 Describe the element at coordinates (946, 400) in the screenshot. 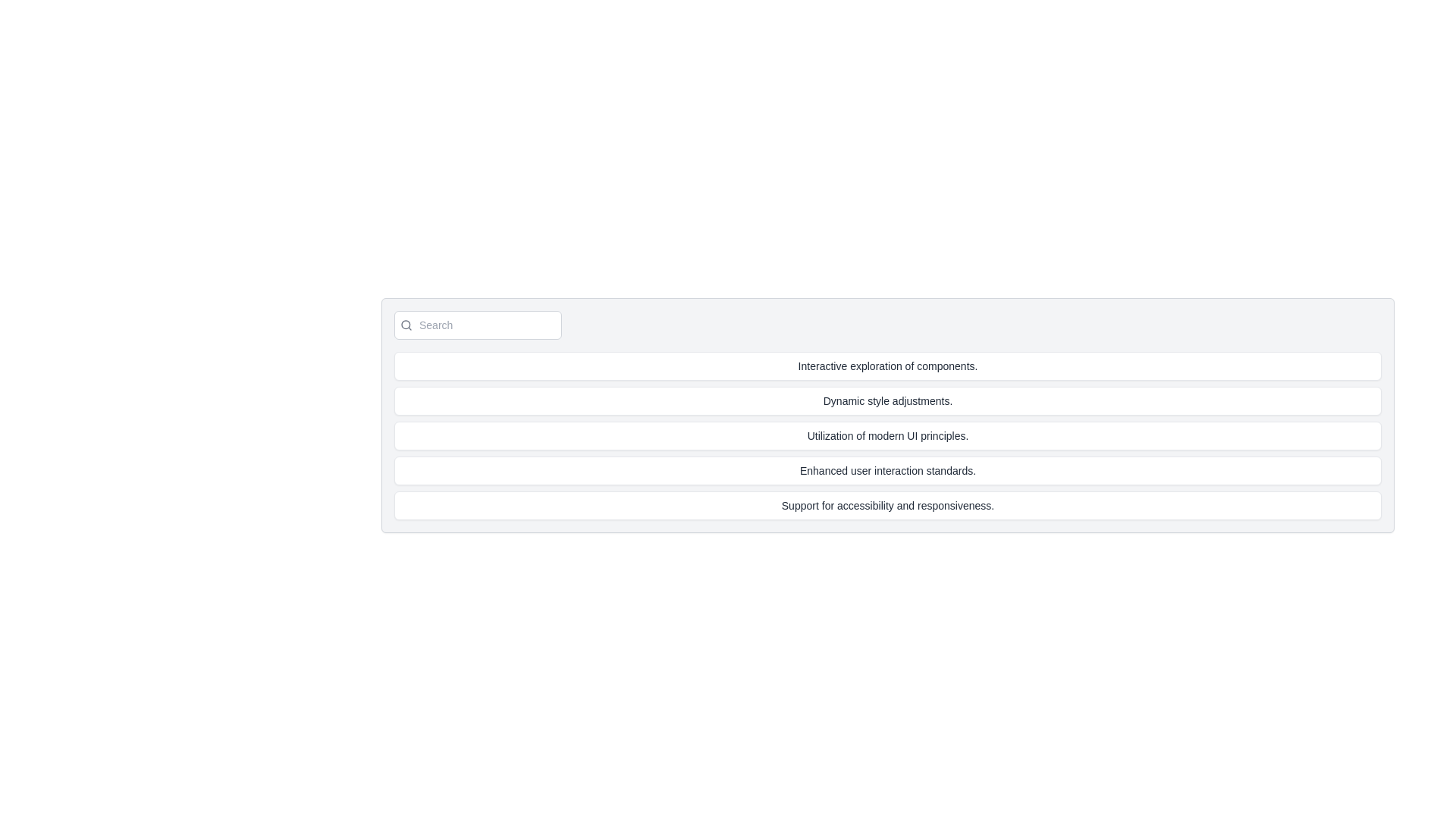

I see `the last character of the text 'Dynamic style adjustments.' which is located in the second row of the middle section of a vertically stacked text list` at that location.